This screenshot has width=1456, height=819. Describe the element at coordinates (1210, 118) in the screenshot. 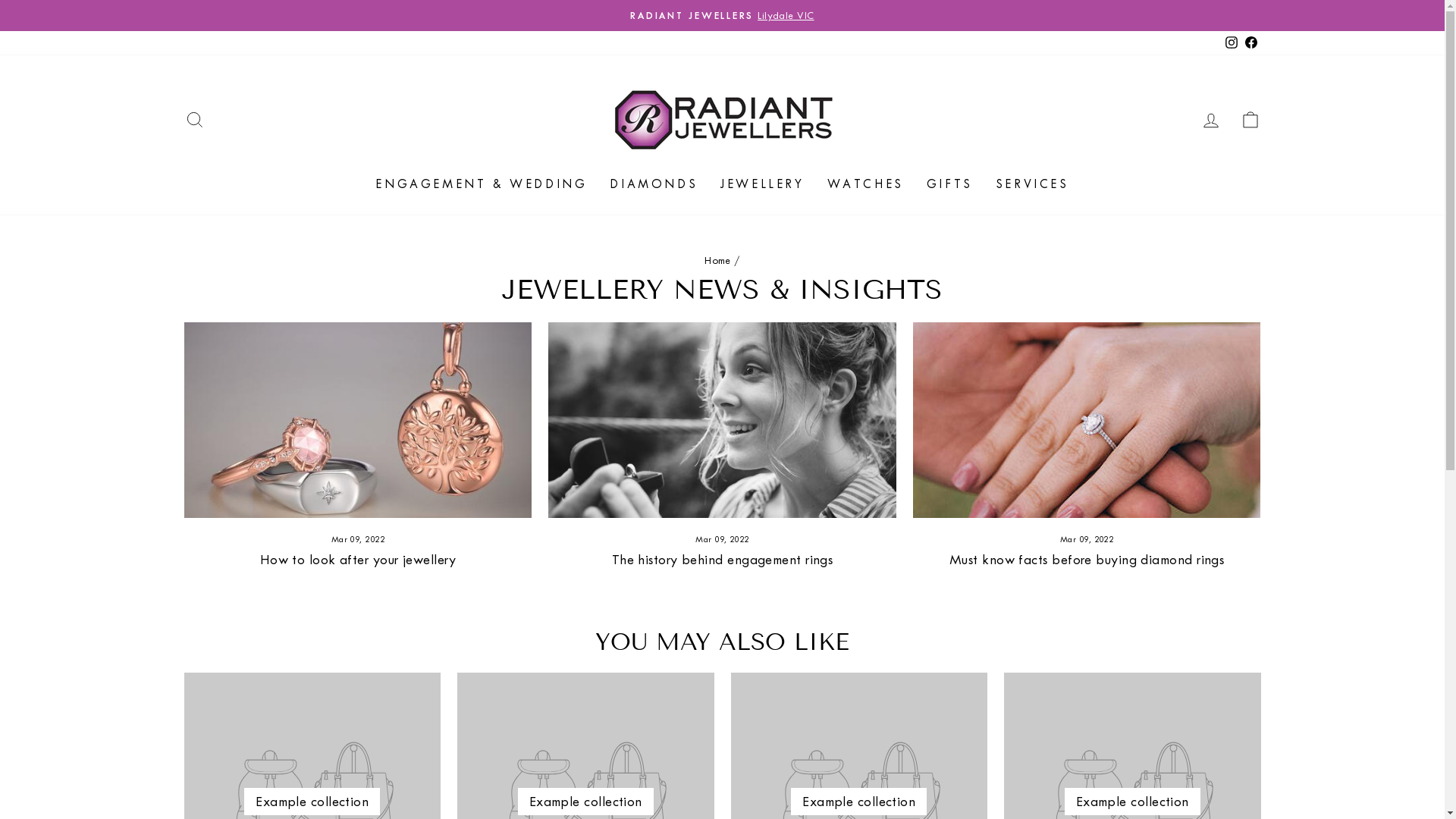

I see `'LOG IN'` at that location.